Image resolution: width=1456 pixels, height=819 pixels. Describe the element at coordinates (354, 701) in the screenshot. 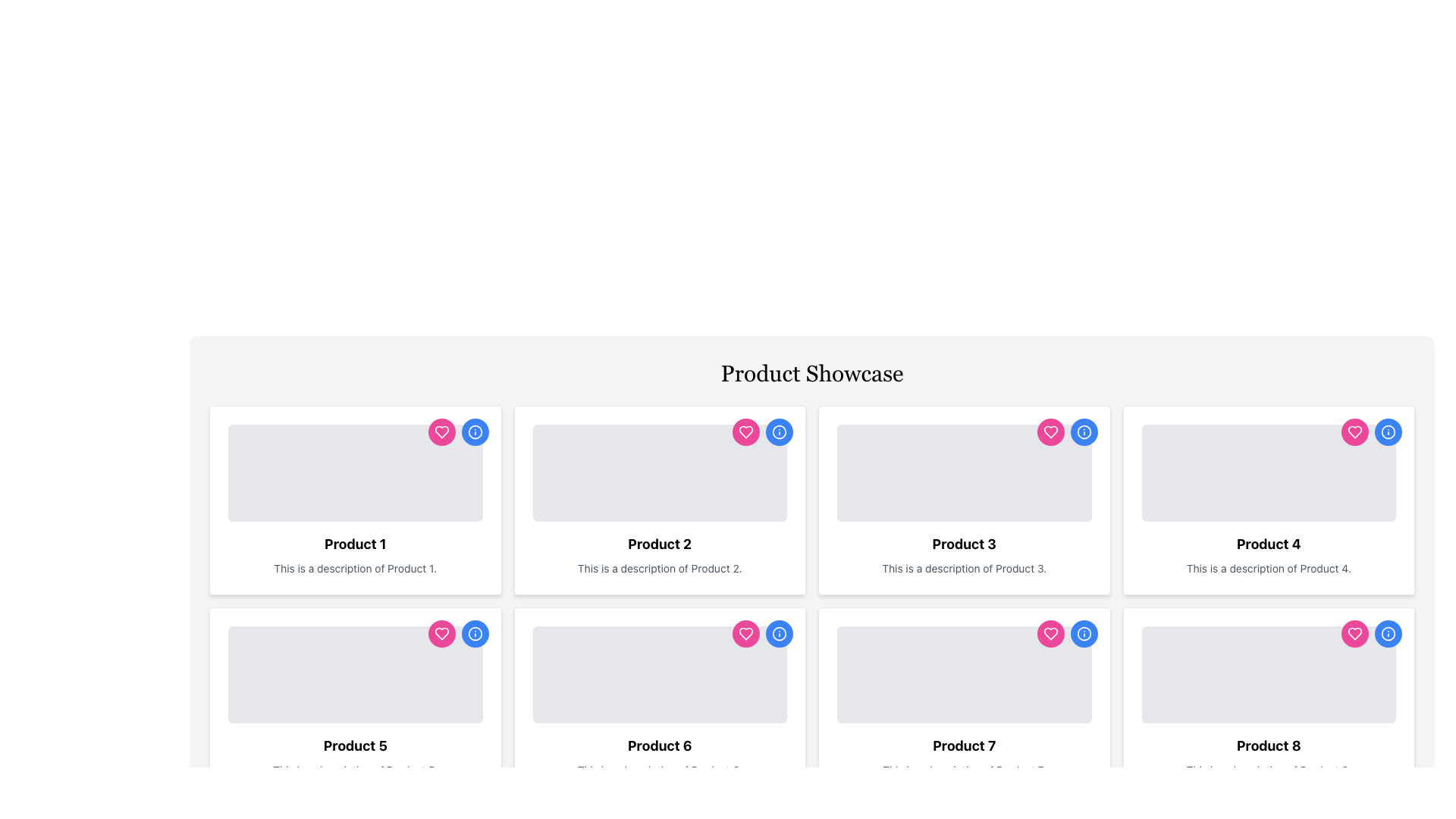

I see `the 'Product 5' card, which is a rectangular component with a white background and rounded corners, located in the second row of a 4-column grid layout` at that location.